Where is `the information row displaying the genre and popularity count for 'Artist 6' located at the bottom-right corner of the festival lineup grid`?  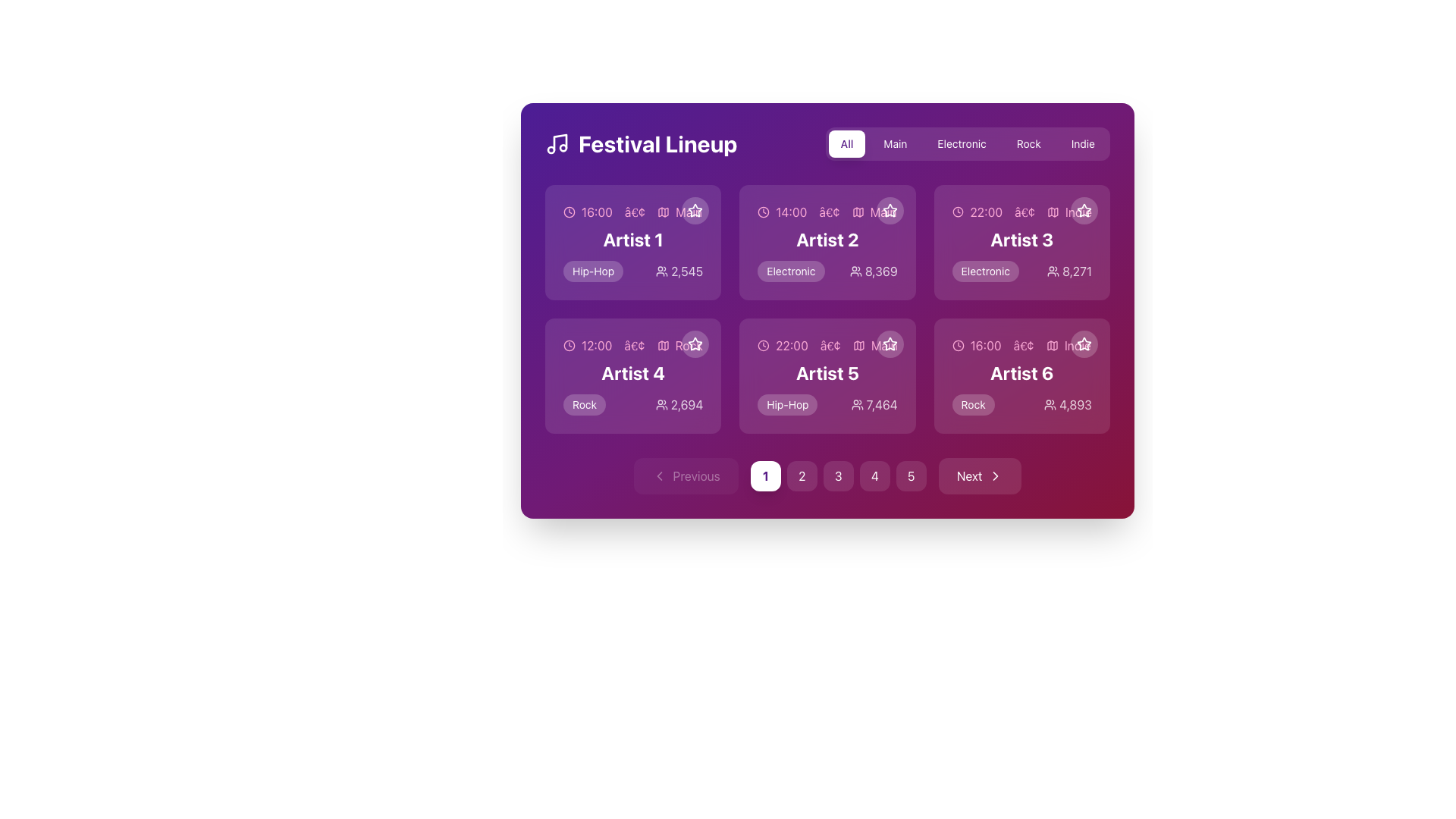
the information row displaying the genre and popularity count for 'Artist 6' located at the bottom-right corner of the festival lineup grid is located at coordinates (1021, 403).